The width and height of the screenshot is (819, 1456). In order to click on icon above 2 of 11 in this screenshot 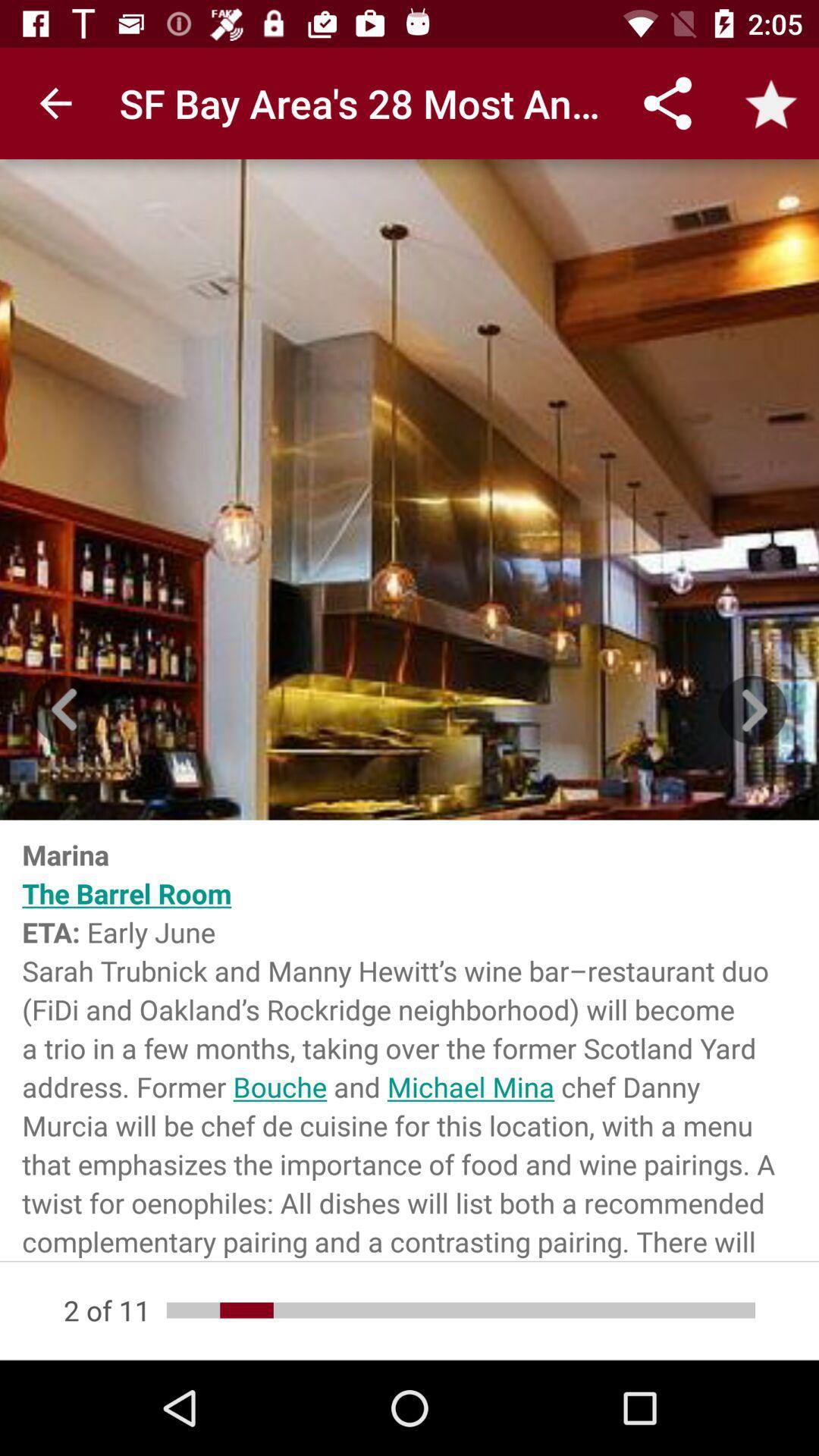, I will do `click(409, 1040)`.